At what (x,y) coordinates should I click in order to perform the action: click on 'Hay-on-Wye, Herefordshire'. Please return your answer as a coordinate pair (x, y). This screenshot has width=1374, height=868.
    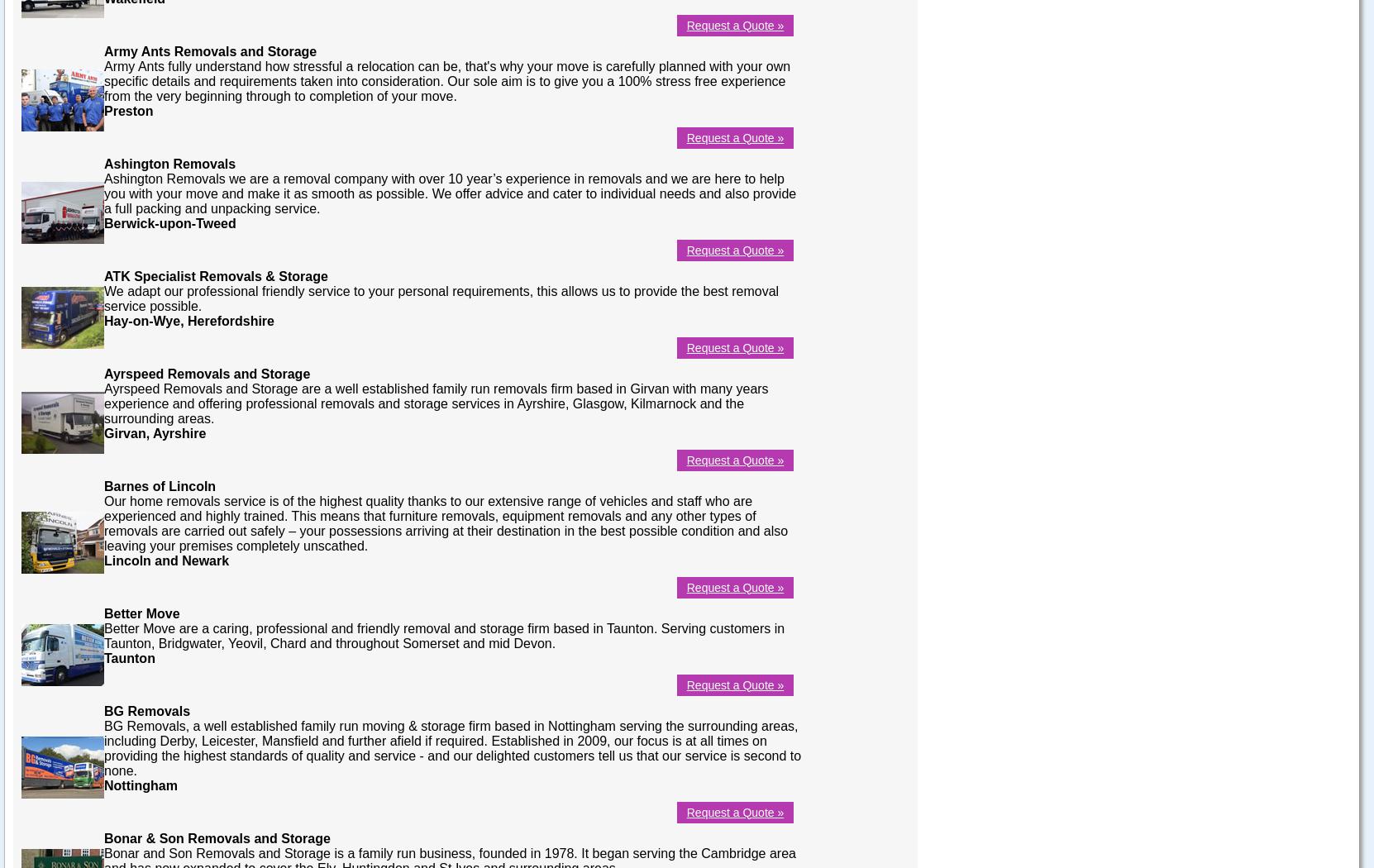
    Looking at the image, I should click on (188, 320).